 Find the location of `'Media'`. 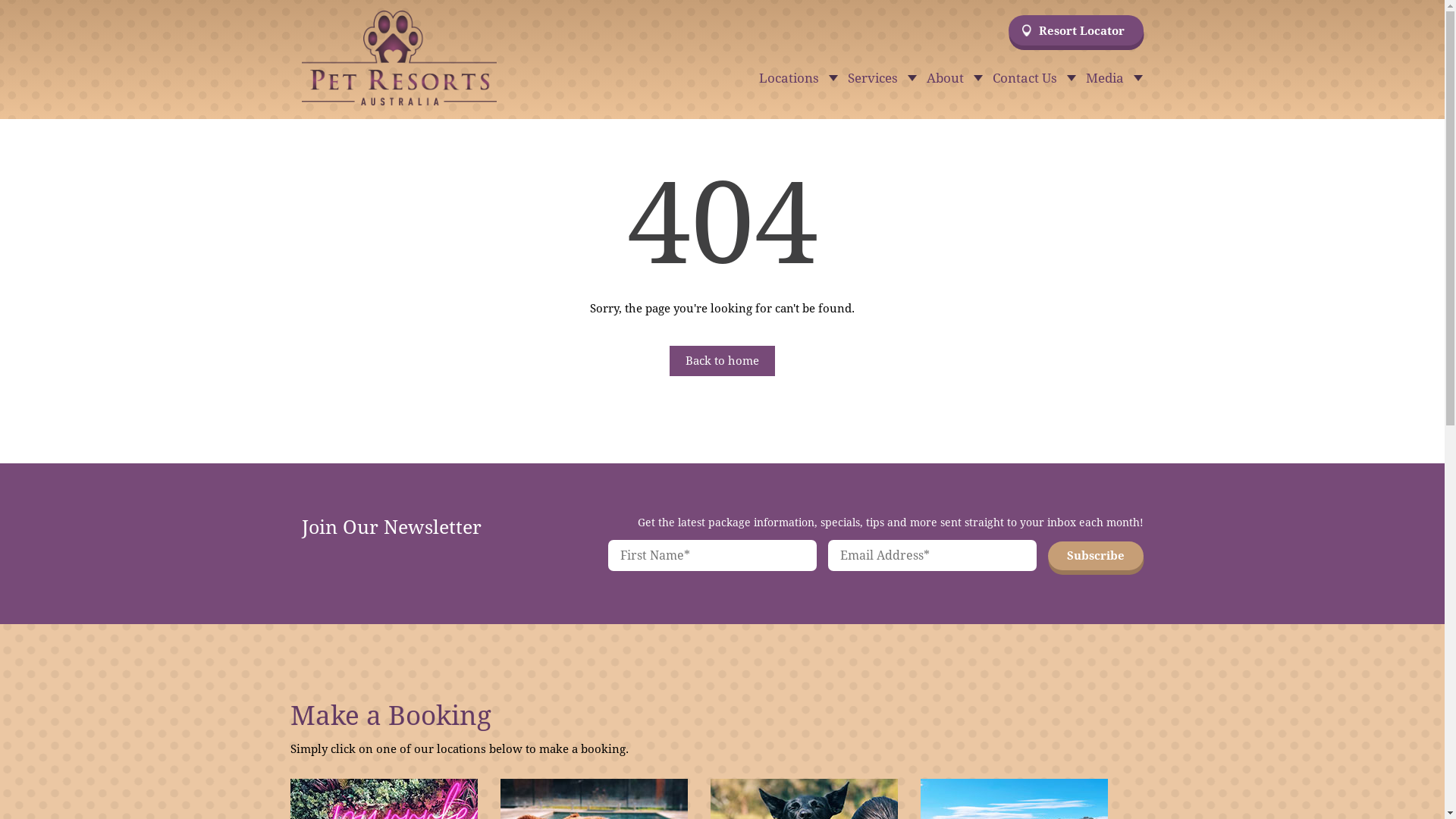

'Media' is located at coordinates (1111, 79).